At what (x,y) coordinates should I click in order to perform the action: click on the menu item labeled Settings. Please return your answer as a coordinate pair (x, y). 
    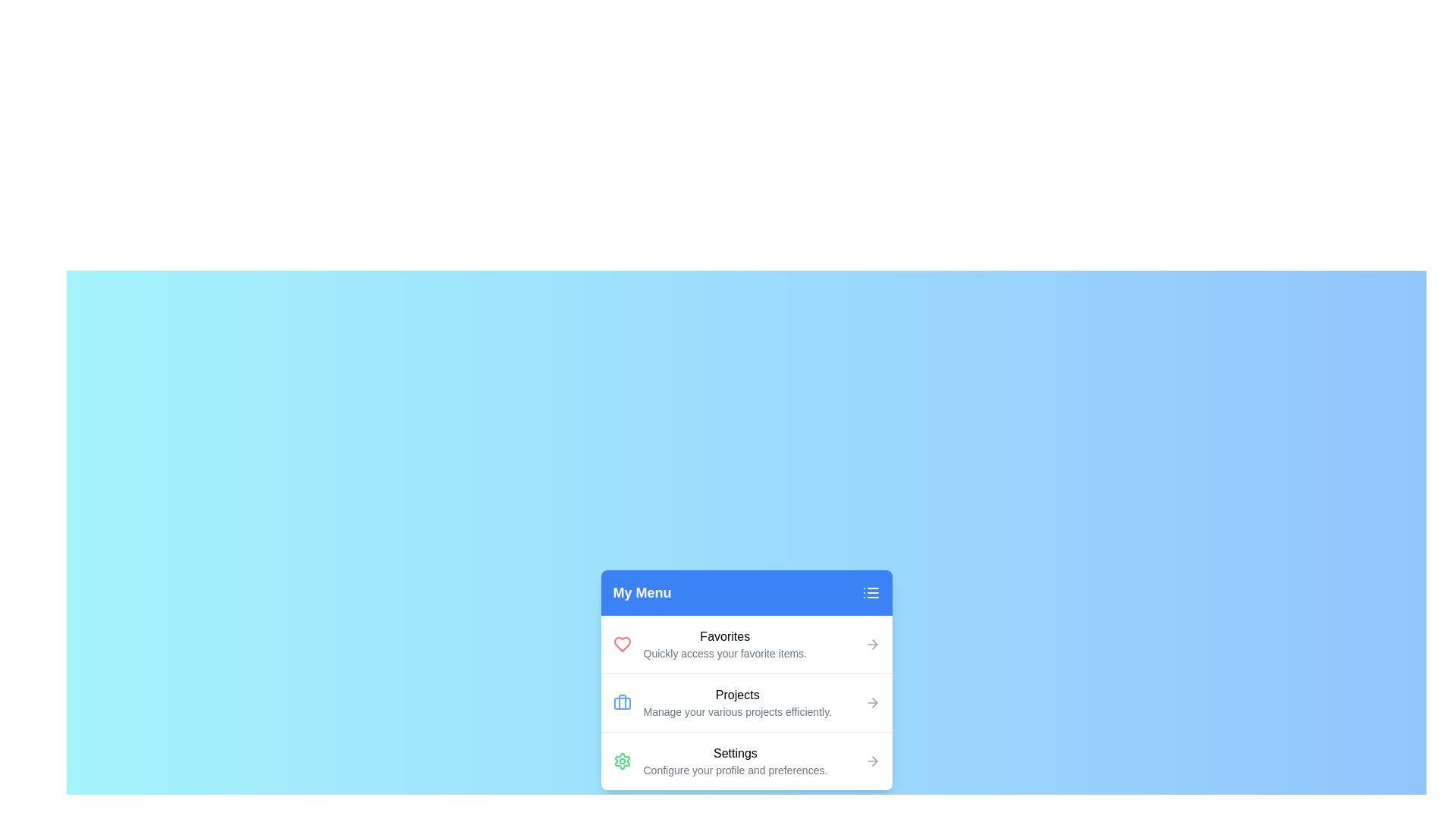
    Looking at the image, I should click on (746, 761).